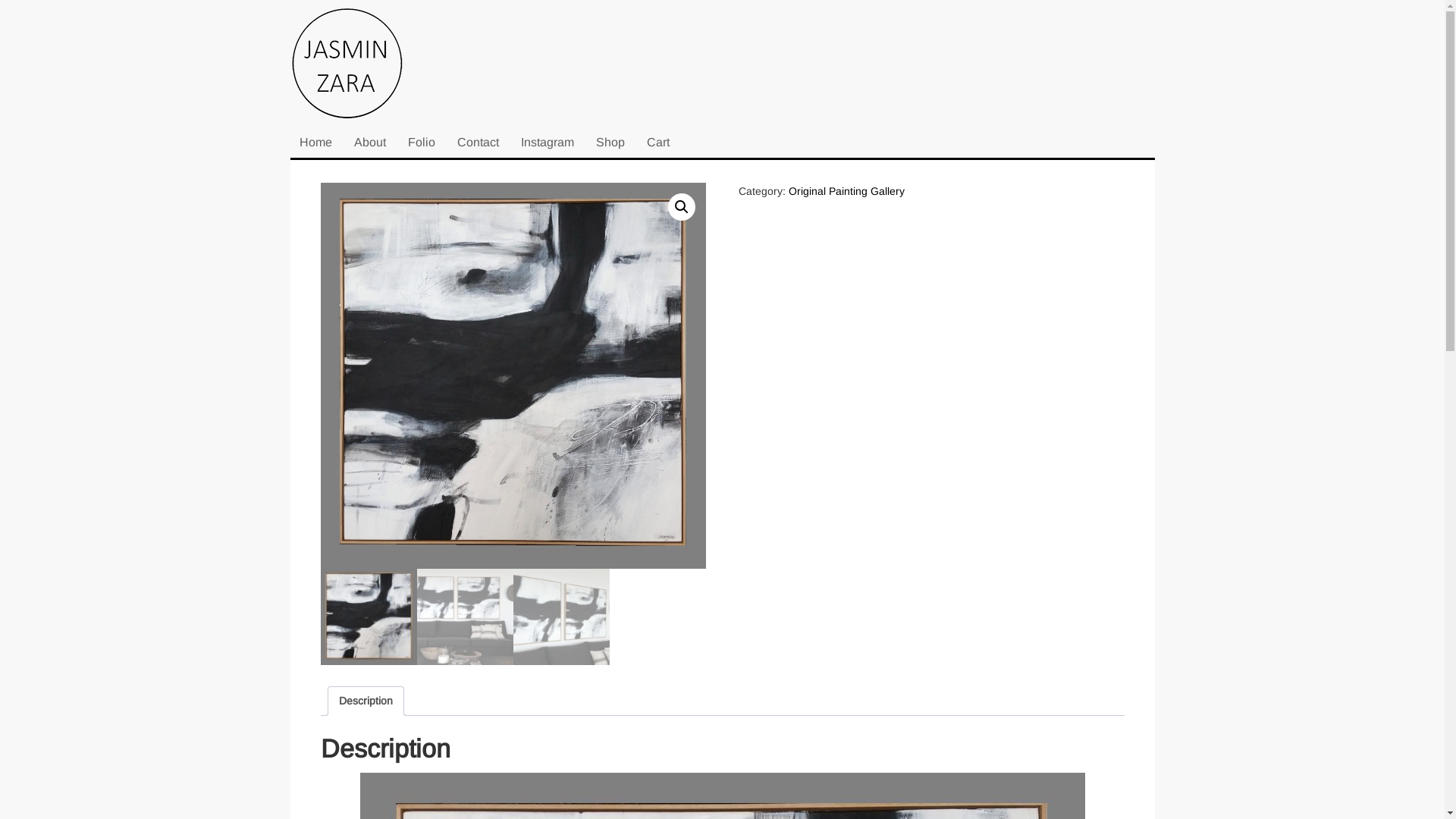 Image resolution: width=1456 pixels, height=819 pixels. What do you see at coordinates (610, 143) in the screenshot?
I see `'Shop'` at bounding box center [610, 143].